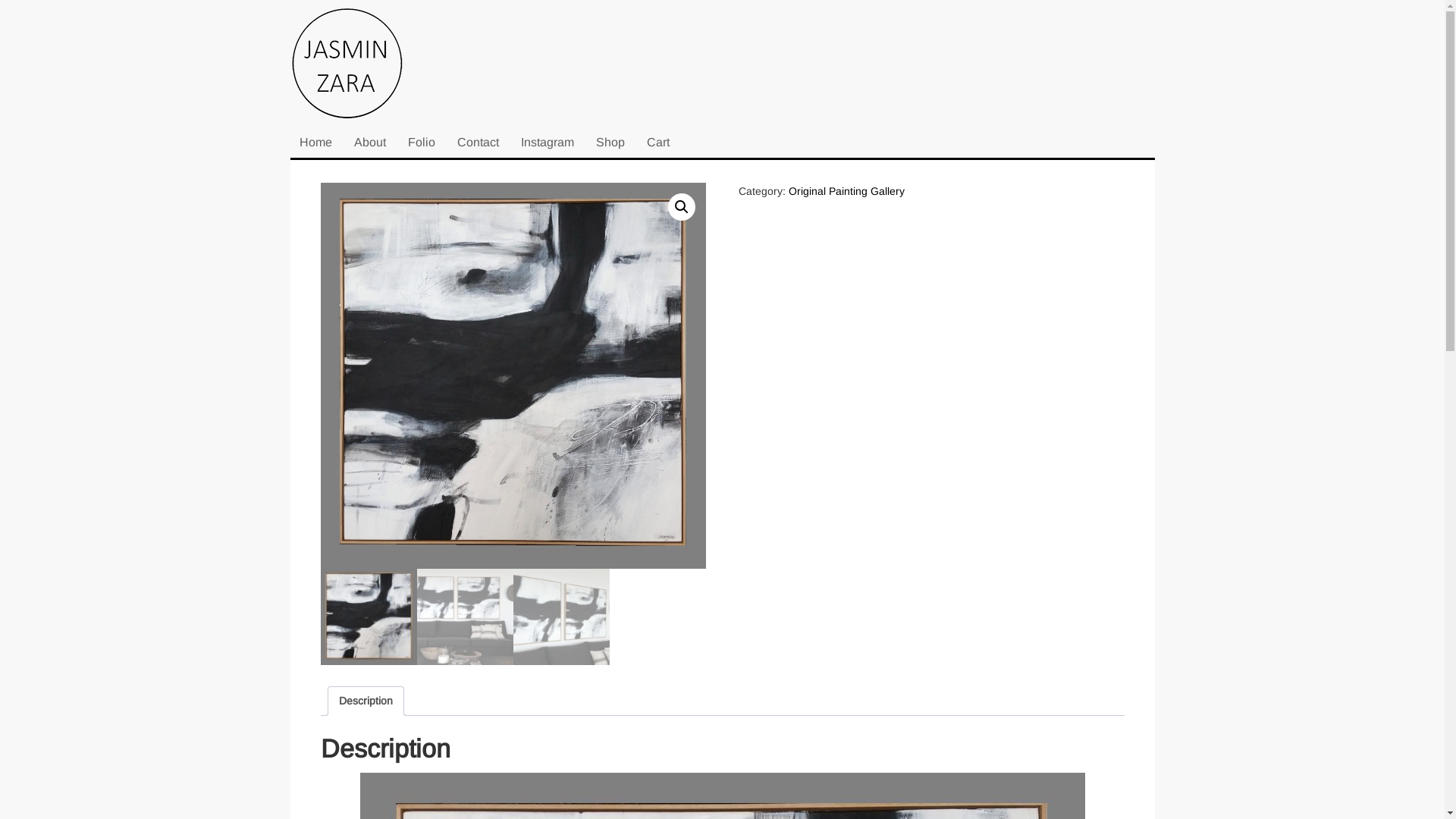 Image resolution: width=1456 pixels, height=819 pixels. What do you see at coordinates (610, 143) in the screenshot?
I see `'Shop'` at bounding box center [610, 143].